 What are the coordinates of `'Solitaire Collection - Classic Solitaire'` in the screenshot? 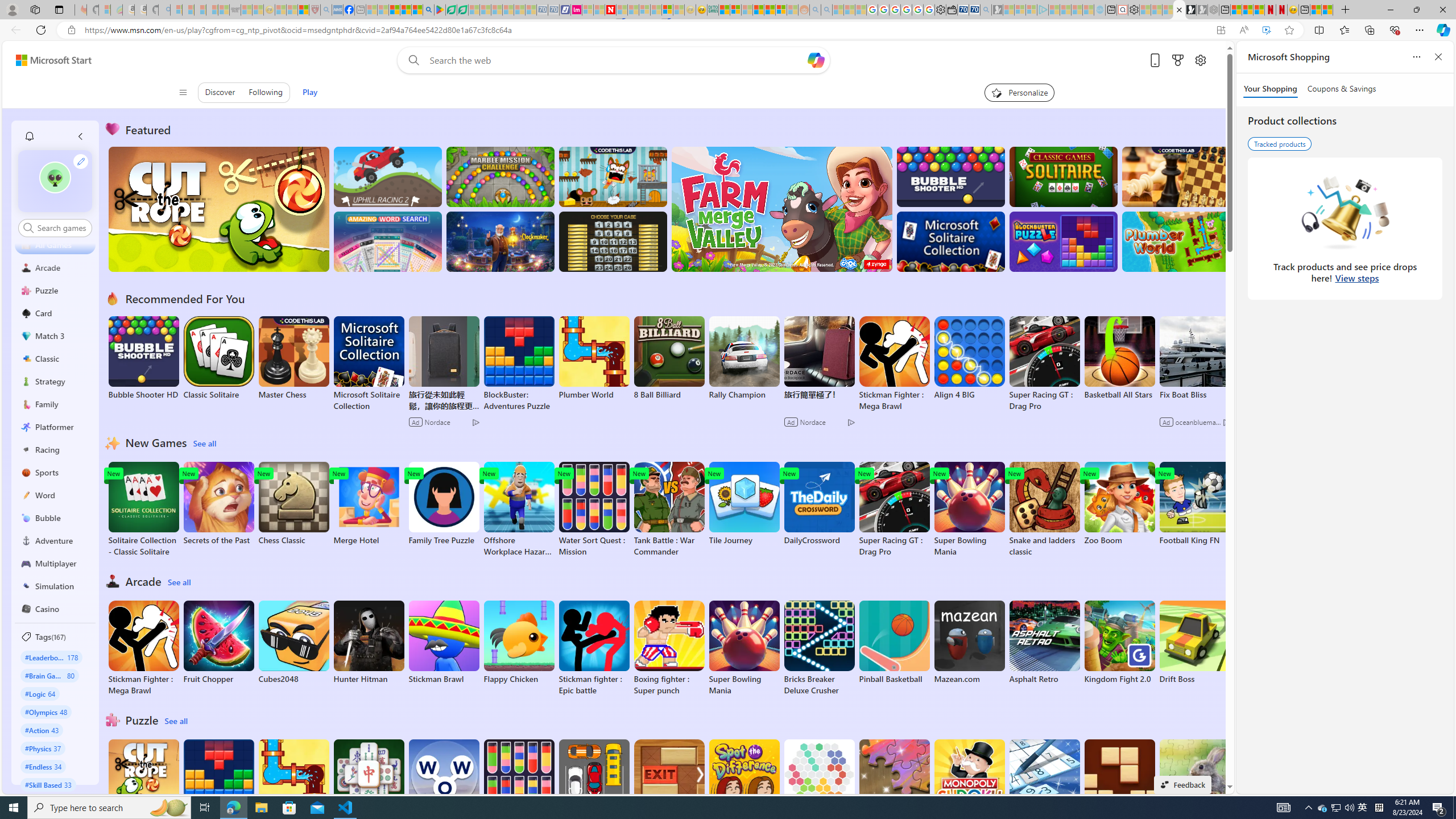 It's located at (143, 510).